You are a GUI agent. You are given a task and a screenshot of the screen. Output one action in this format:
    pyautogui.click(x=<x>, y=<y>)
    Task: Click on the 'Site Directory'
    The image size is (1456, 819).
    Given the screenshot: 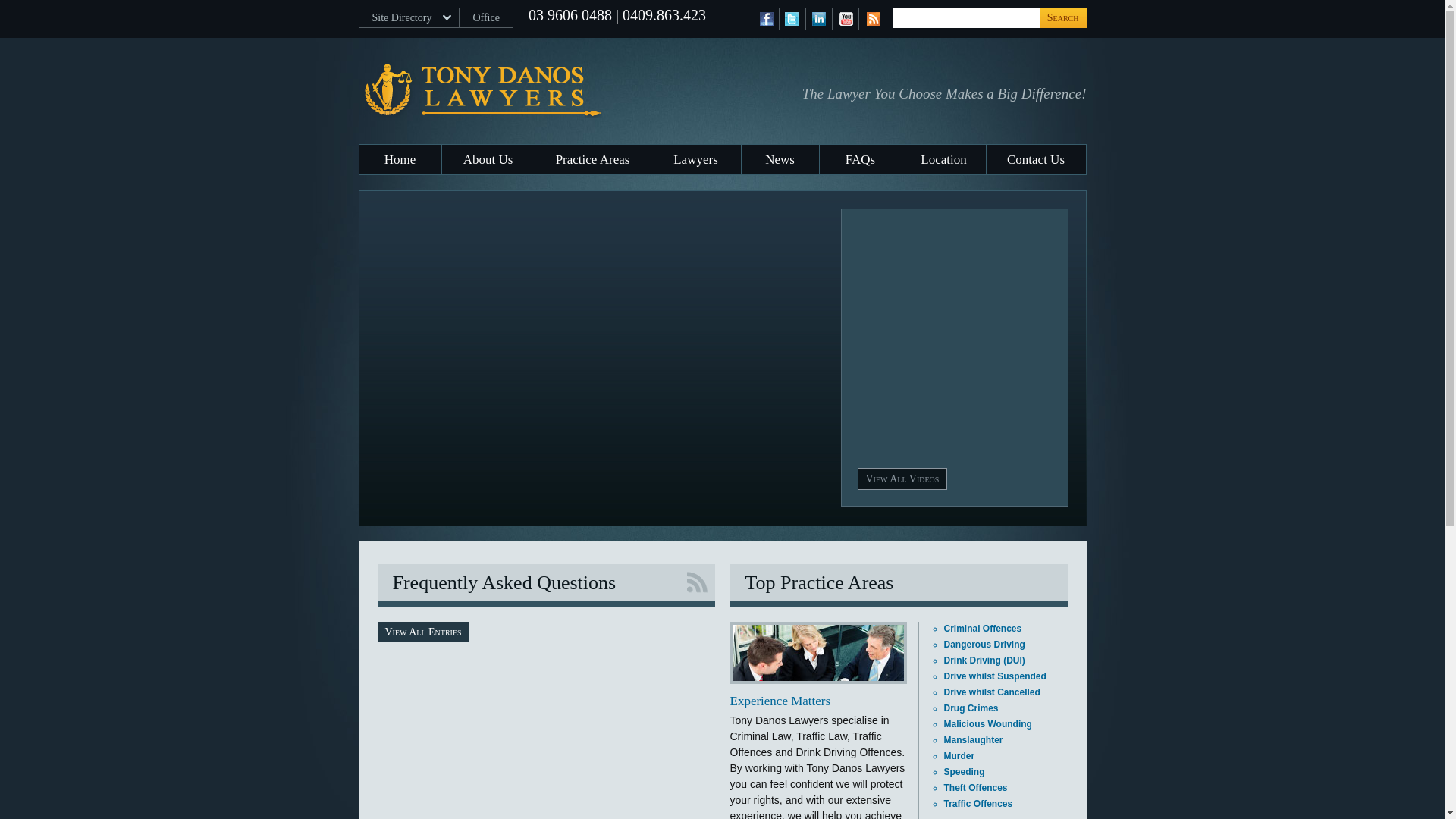 What is the action you would take?
    pyautogui.click(x=408, y=17)
    